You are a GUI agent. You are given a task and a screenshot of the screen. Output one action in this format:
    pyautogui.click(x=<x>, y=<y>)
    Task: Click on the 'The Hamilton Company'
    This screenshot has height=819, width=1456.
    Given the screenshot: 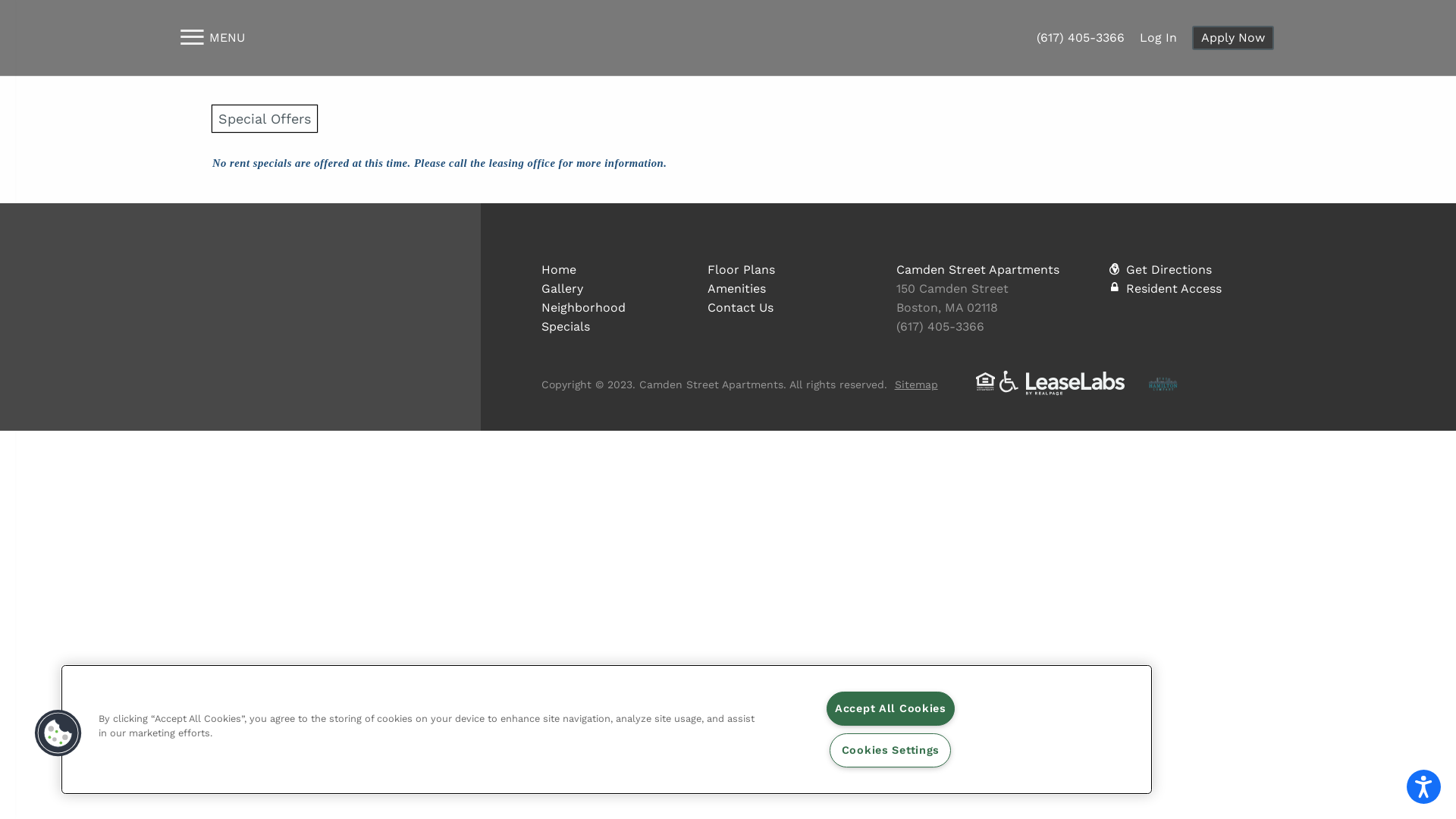 What is the action you would take?
    pyautogui.click(x=1163, y=382)
    